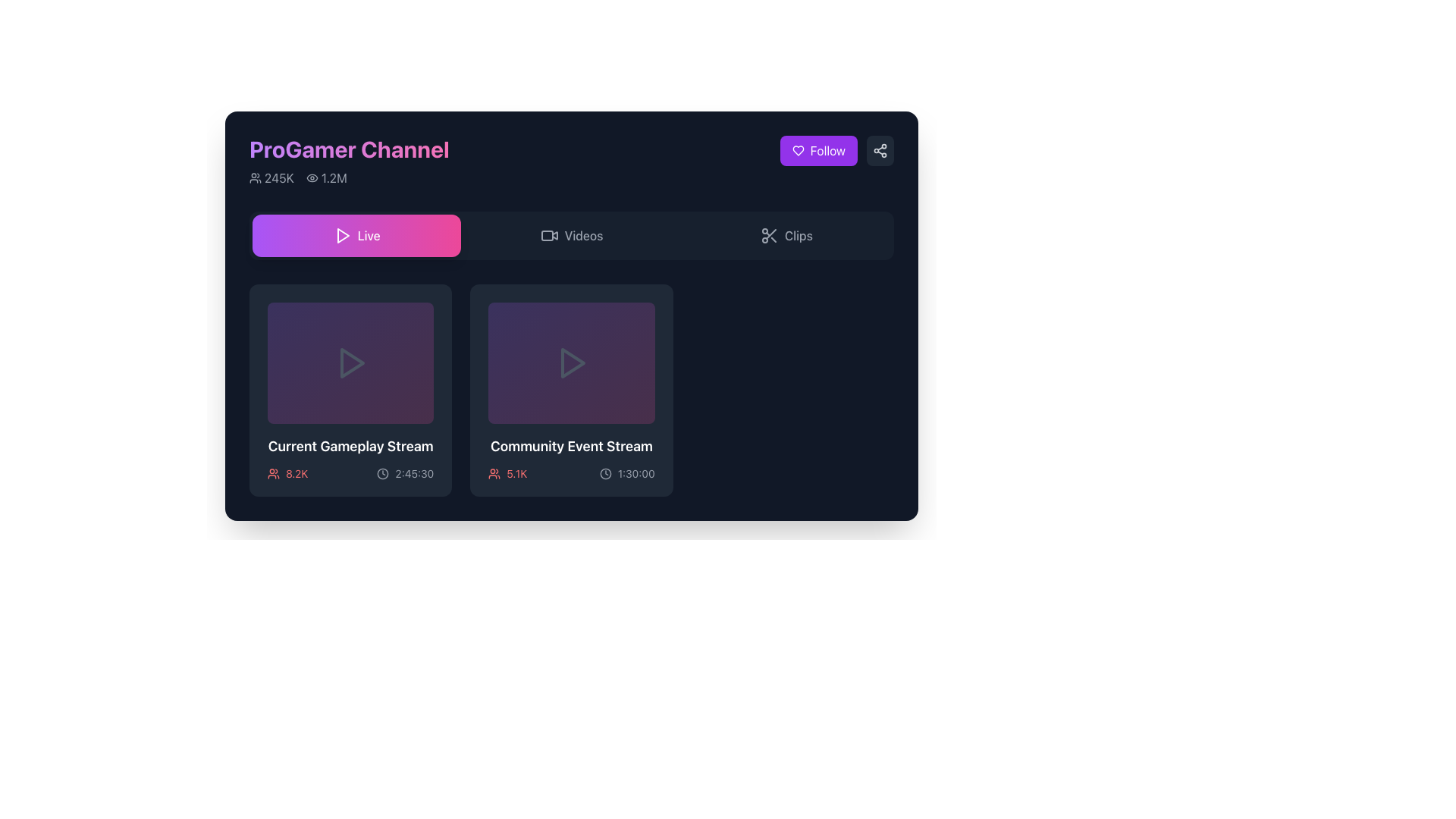 The image size is (1456, 819). What do you see at coordinates (636, 472) in the screenshot?
I see `text content from the Text display indicating the duration or time located at the bottom right of the 'Community Event Stream' card, adjacent to the clock icon` at bounding box center [636, 472].